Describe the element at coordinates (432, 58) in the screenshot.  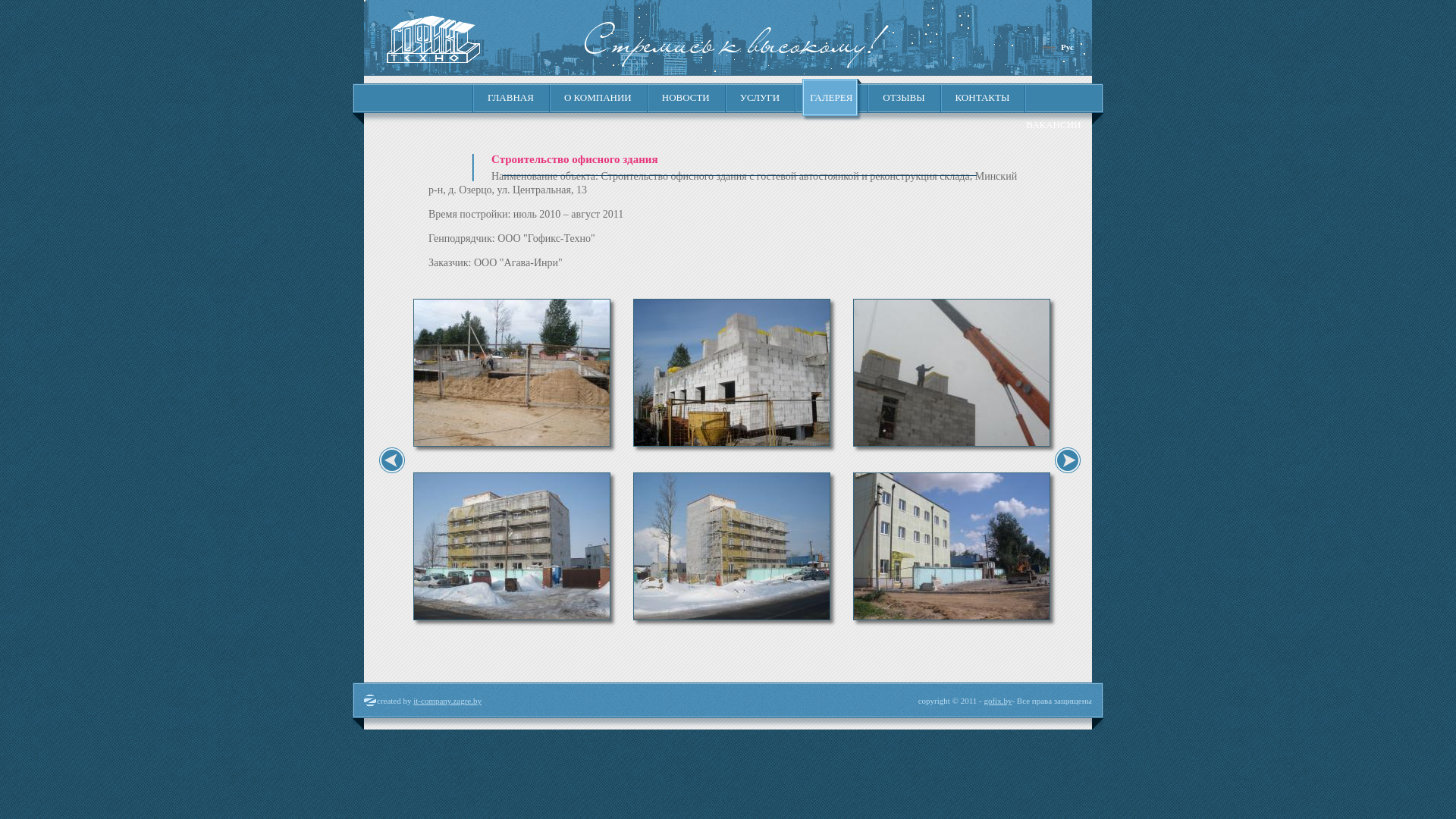
I see `'gofix.by'` at that location.